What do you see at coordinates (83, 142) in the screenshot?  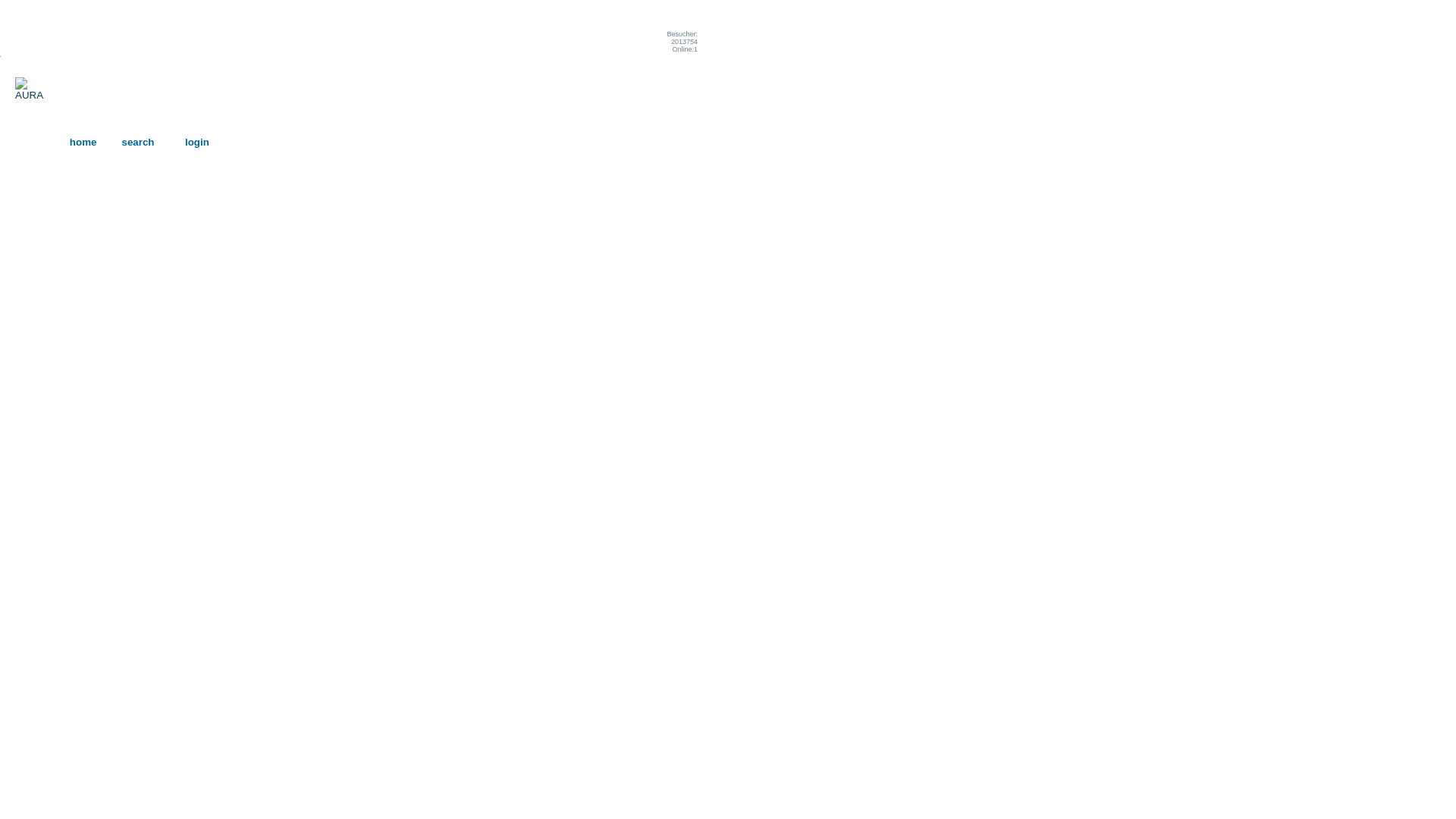 I see `'home'` at bounding box center [83, 142].